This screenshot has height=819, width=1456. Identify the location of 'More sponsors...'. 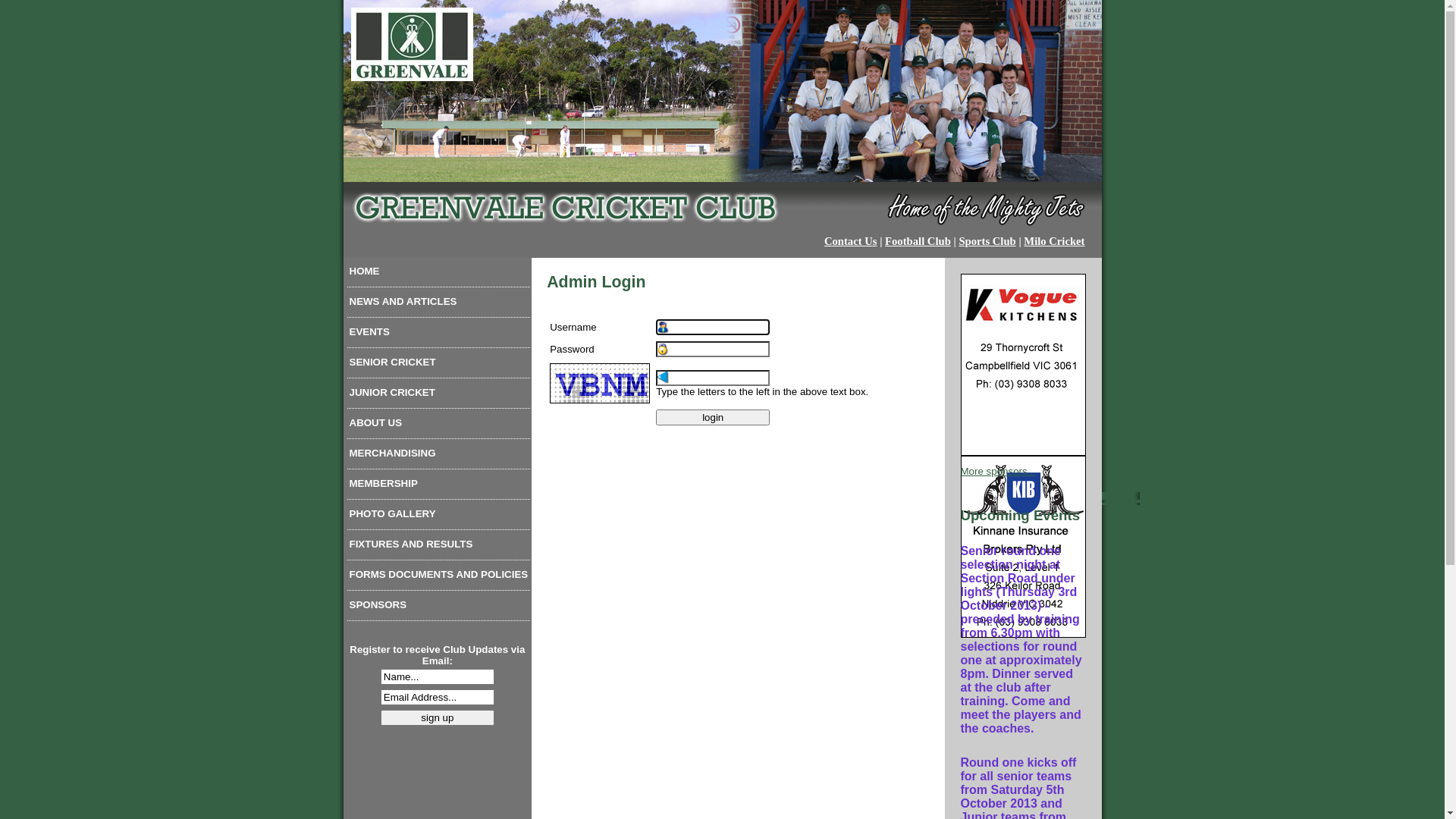
(997, 470).